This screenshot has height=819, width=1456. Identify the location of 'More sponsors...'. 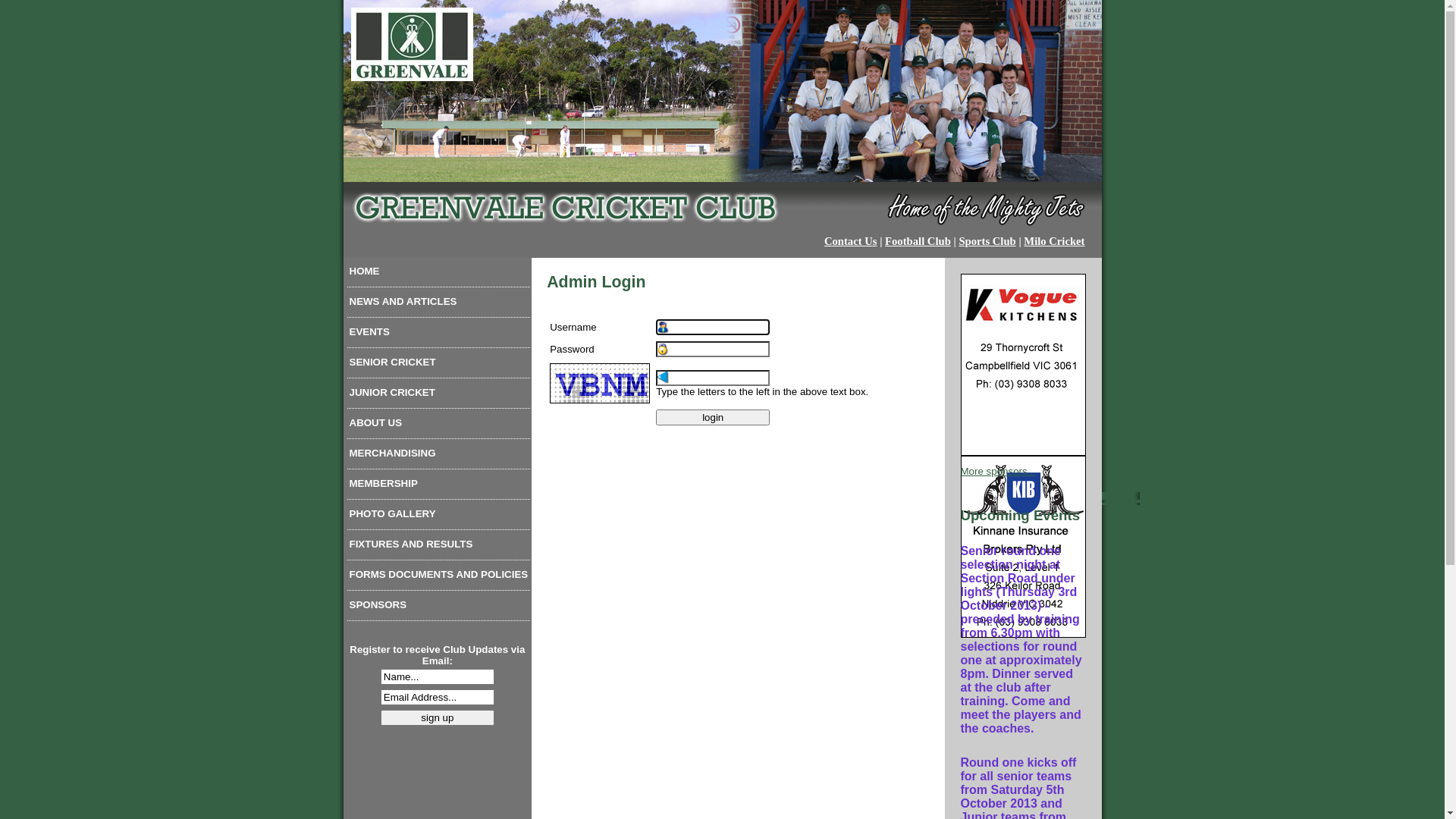
(997, 470).